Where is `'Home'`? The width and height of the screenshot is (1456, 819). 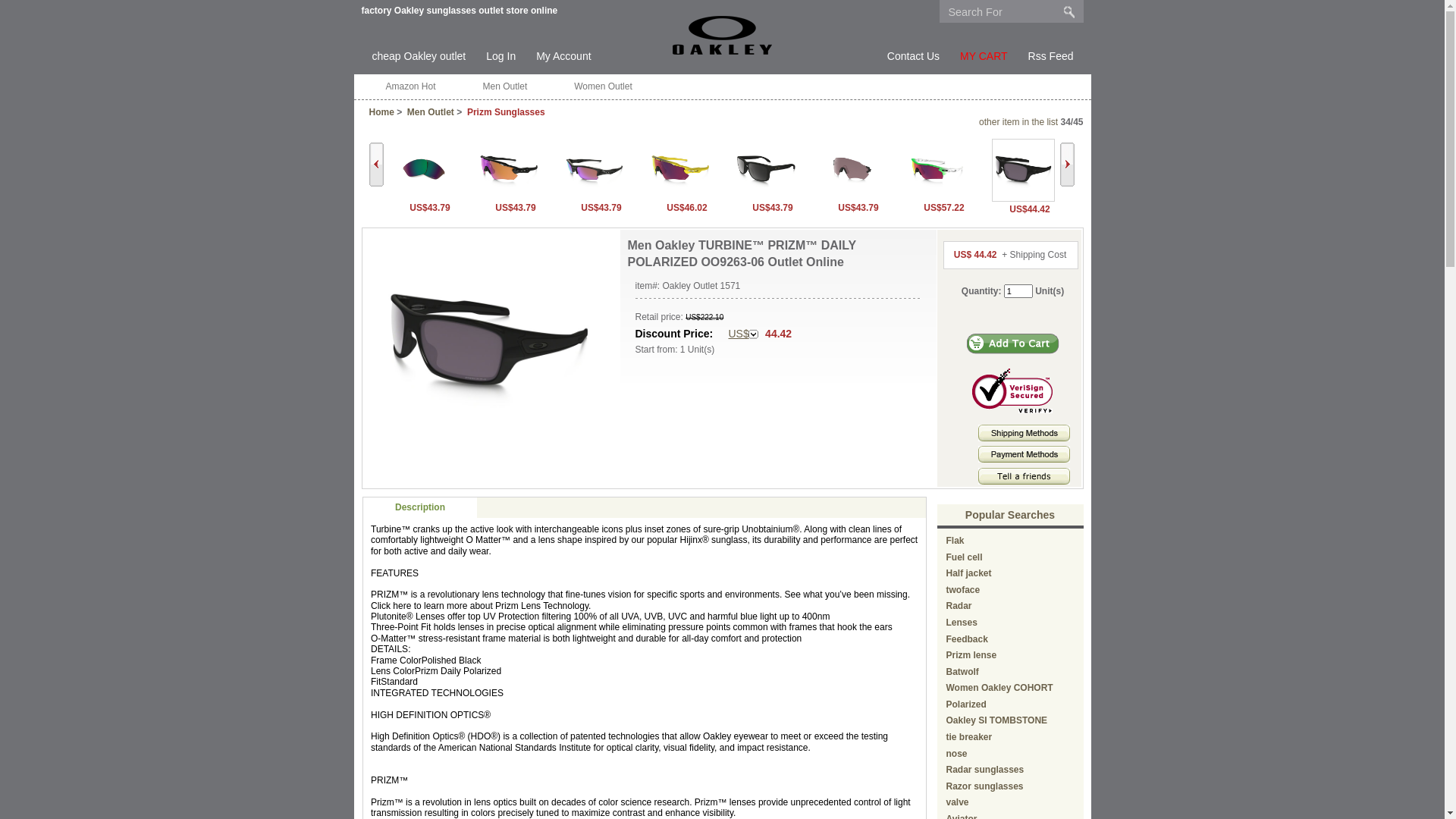 'Home' is located at coordinates (381, 111).